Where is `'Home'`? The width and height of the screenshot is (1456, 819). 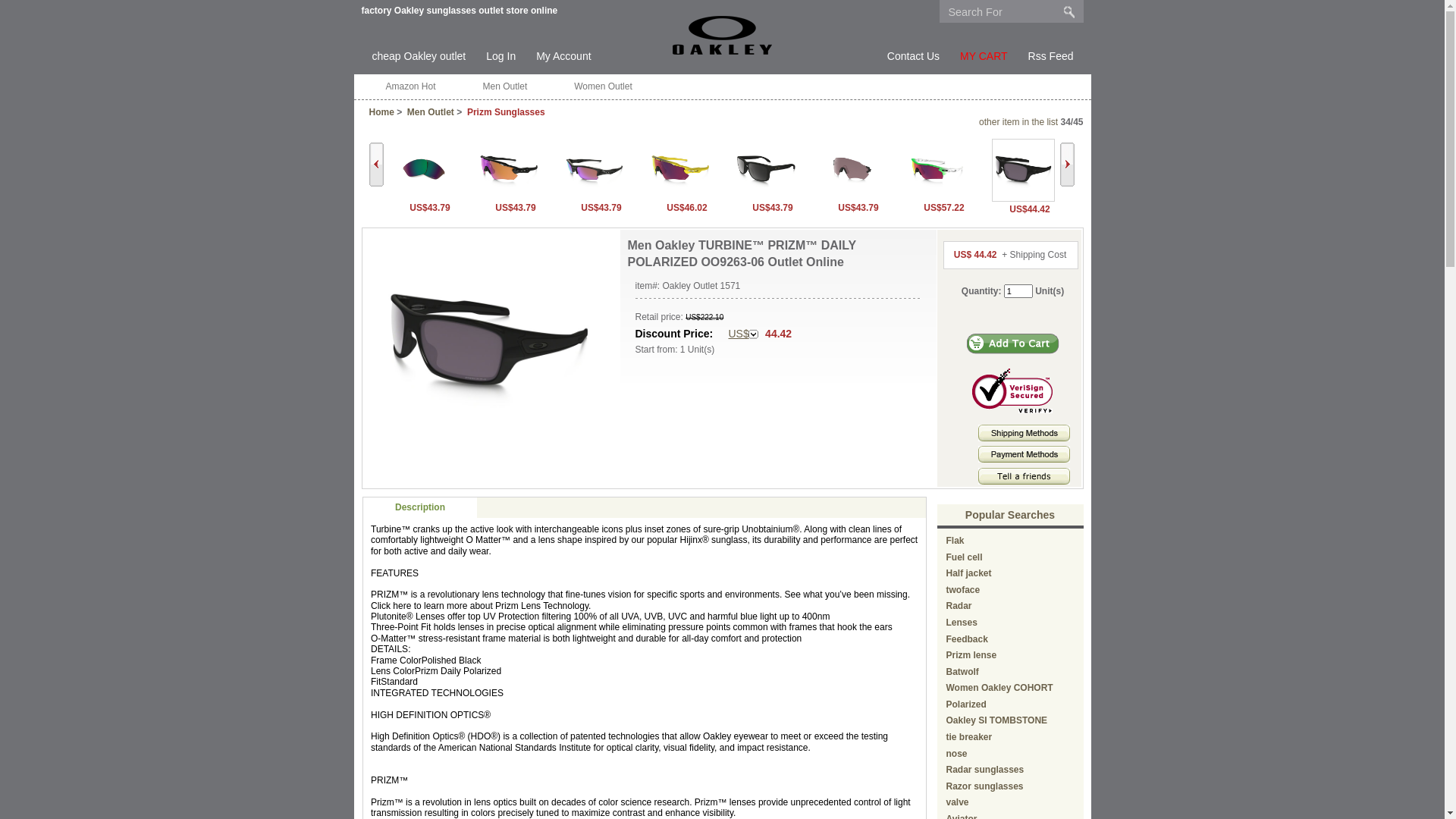 'Home' is located at coordinates (381, 111).